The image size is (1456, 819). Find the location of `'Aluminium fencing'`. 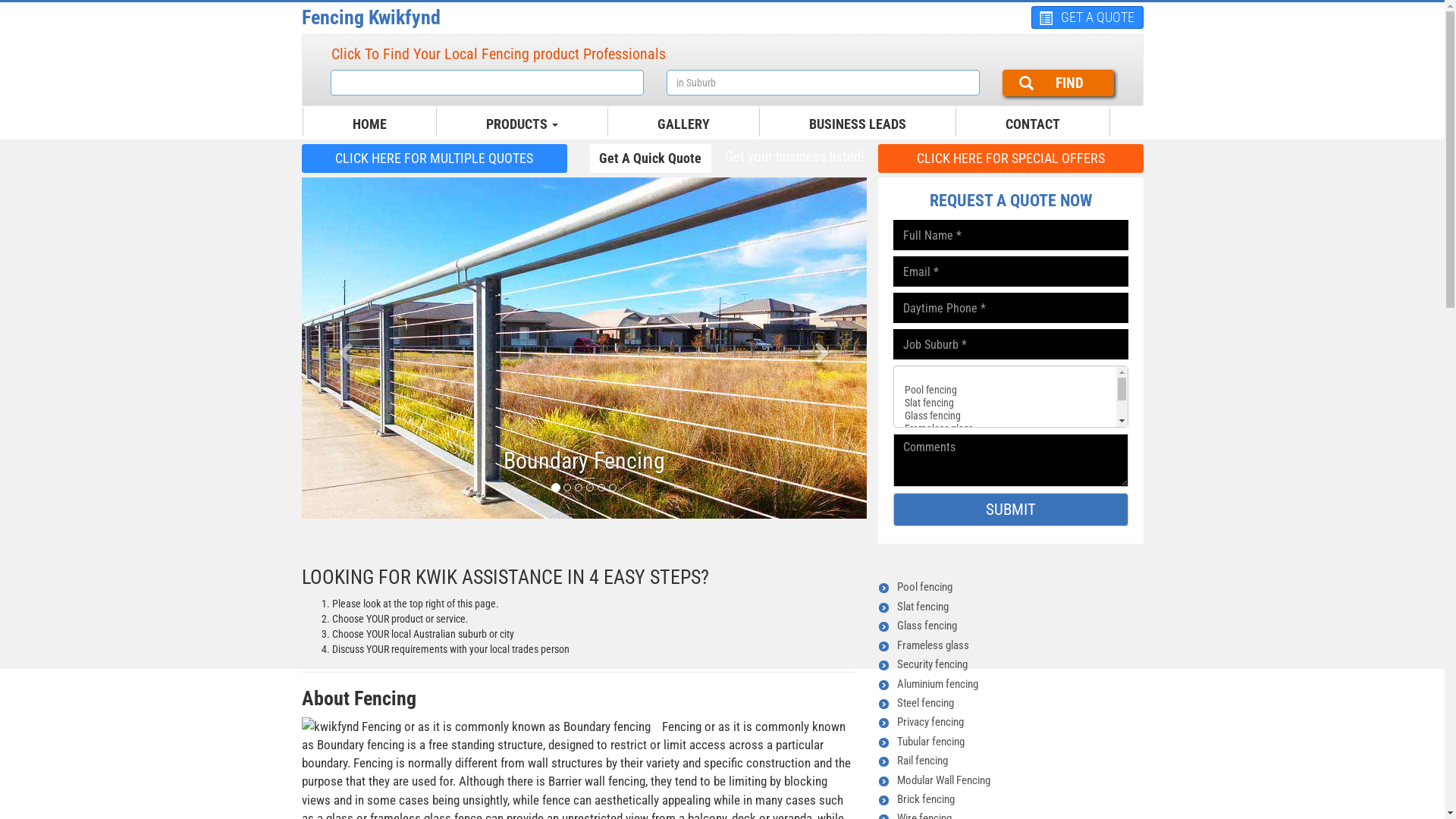

'Aluminium fencing' is located at coordinates (936, 684).